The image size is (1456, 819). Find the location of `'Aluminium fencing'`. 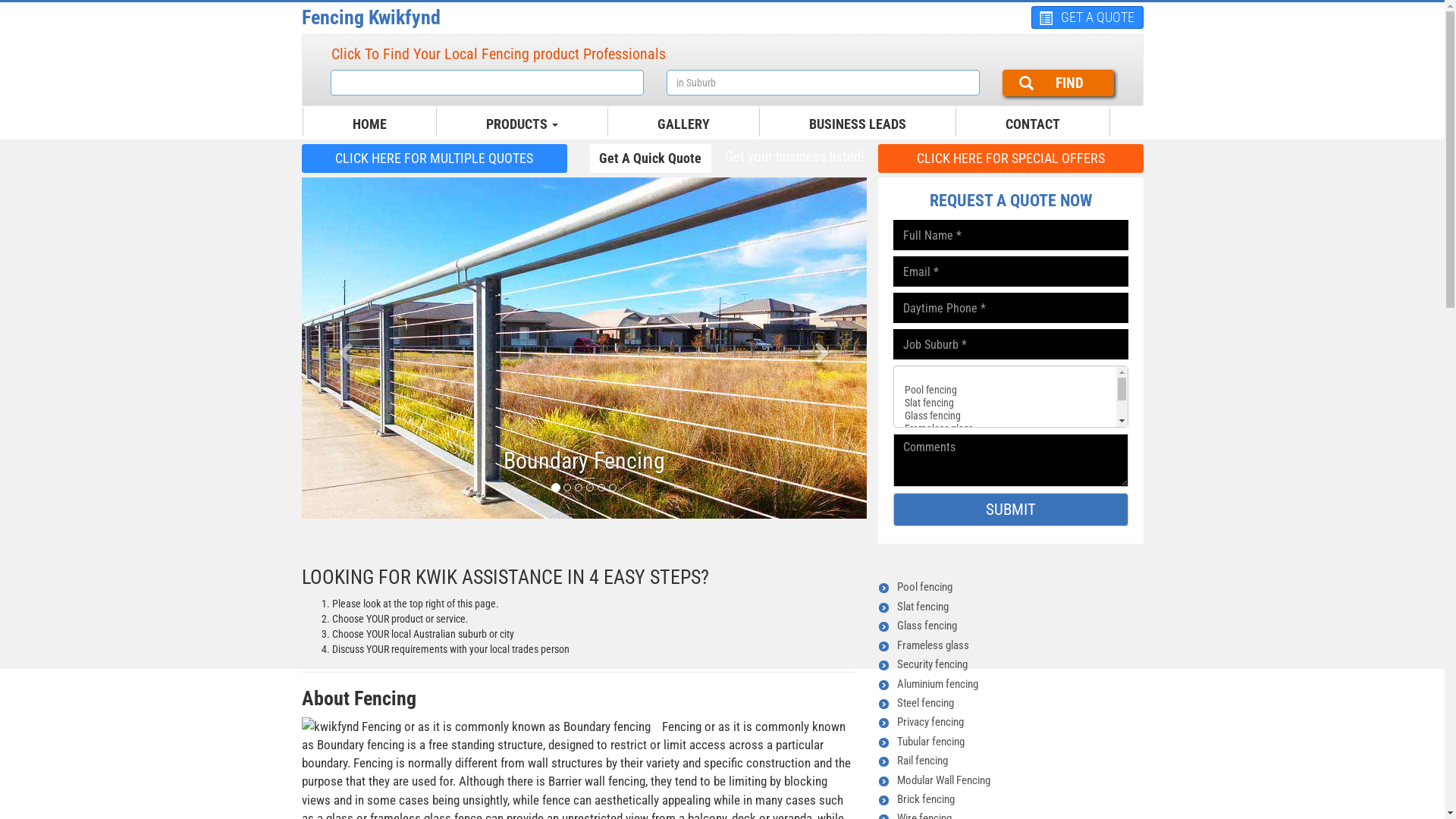

'Aluminium fencing' is located at coordinates (936, 684).